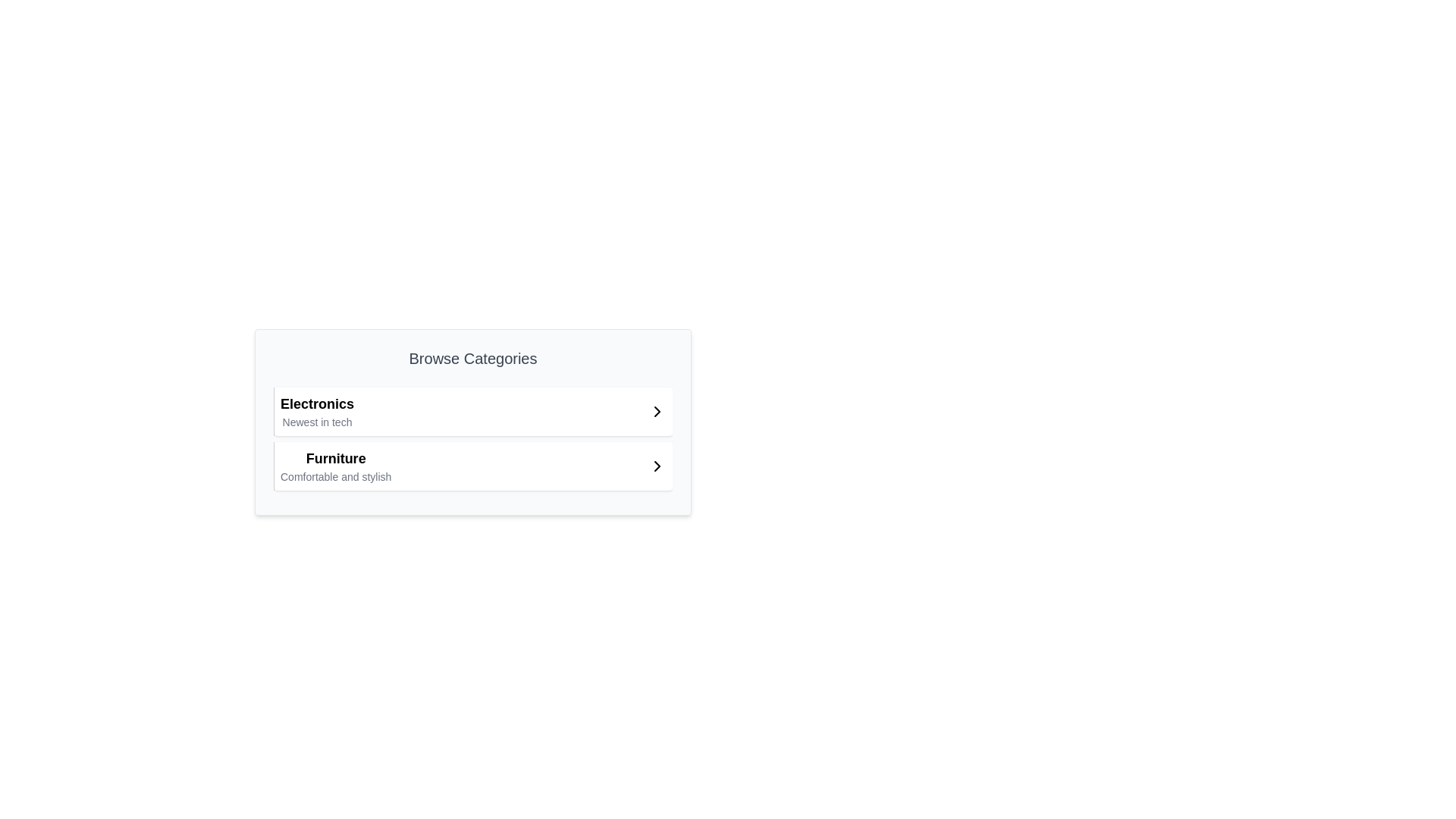 The height and width of the screenshot is (819, 1456). I want to click on the 'Furniture' button, which is the second item in a vertically stacked list, so click(472, 465).